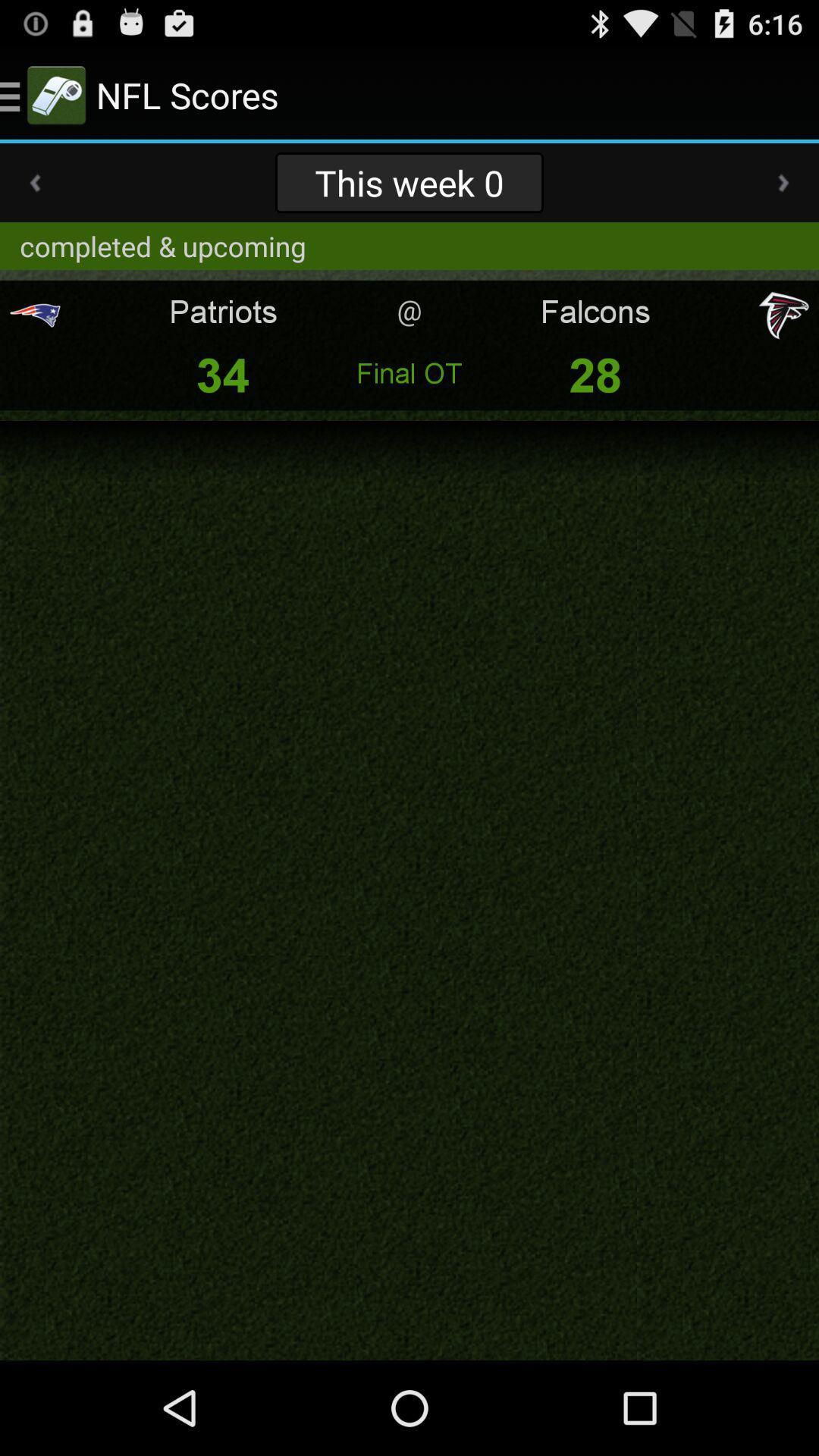 The width and height of the screenshot is (819, 1456). Describe the element at coordinates (783, 182) in the screenshot. I see `app to the right of this week 0 item` at that location.